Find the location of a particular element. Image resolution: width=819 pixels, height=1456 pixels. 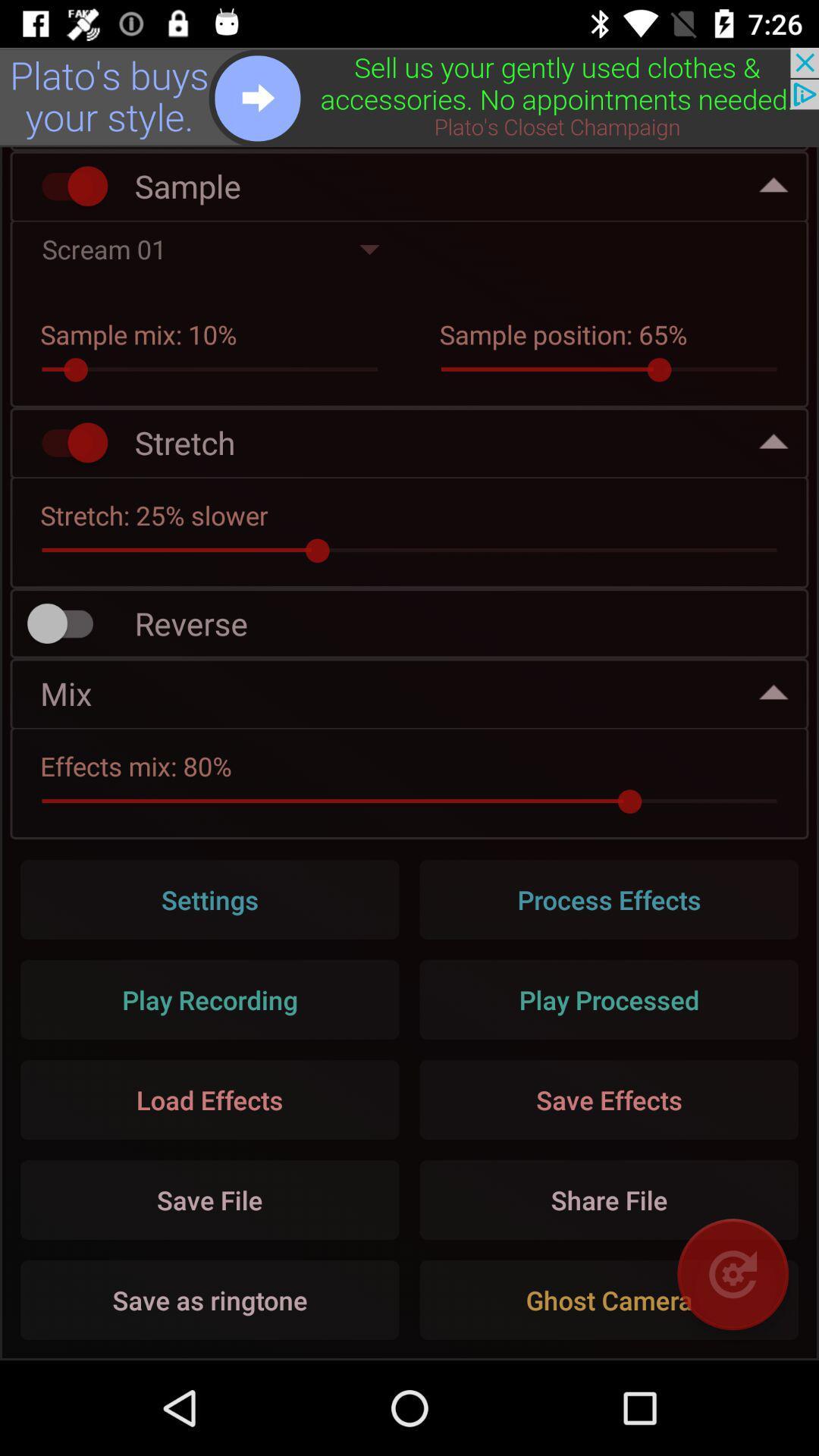

reverse recording is located at coordinates (67, 623).